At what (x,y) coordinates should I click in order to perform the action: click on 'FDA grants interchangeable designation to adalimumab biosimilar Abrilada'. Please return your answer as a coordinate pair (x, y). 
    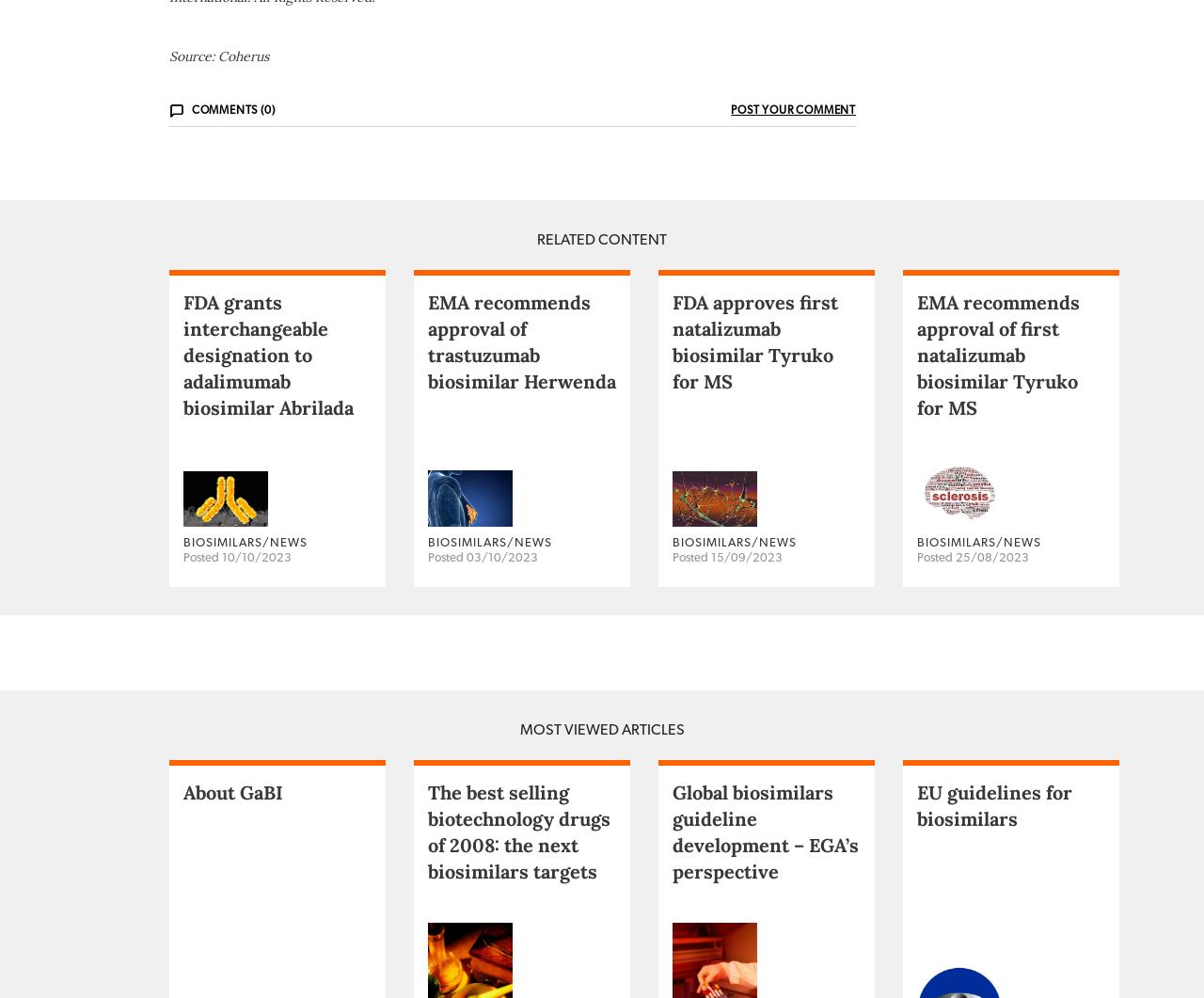
    Looking at the image, I should click on (267, 428).